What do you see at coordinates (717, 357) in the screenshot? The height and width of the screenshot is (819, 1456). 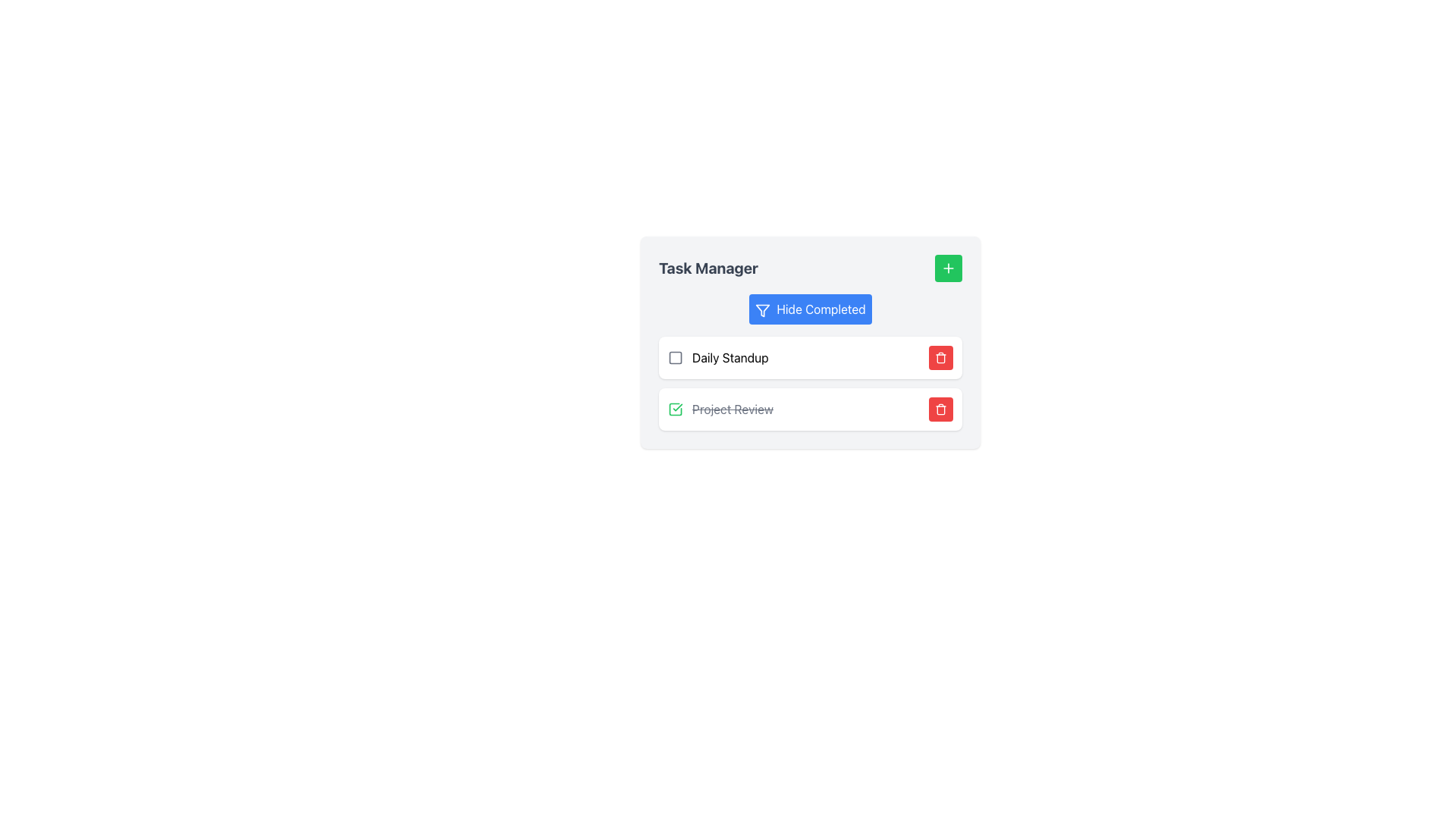 I see `the text label 'Daily Standup' to focus on the task item located below the 'Hide Completed' button and above the 'Project Review' task item` at bounding box center [717, 357].